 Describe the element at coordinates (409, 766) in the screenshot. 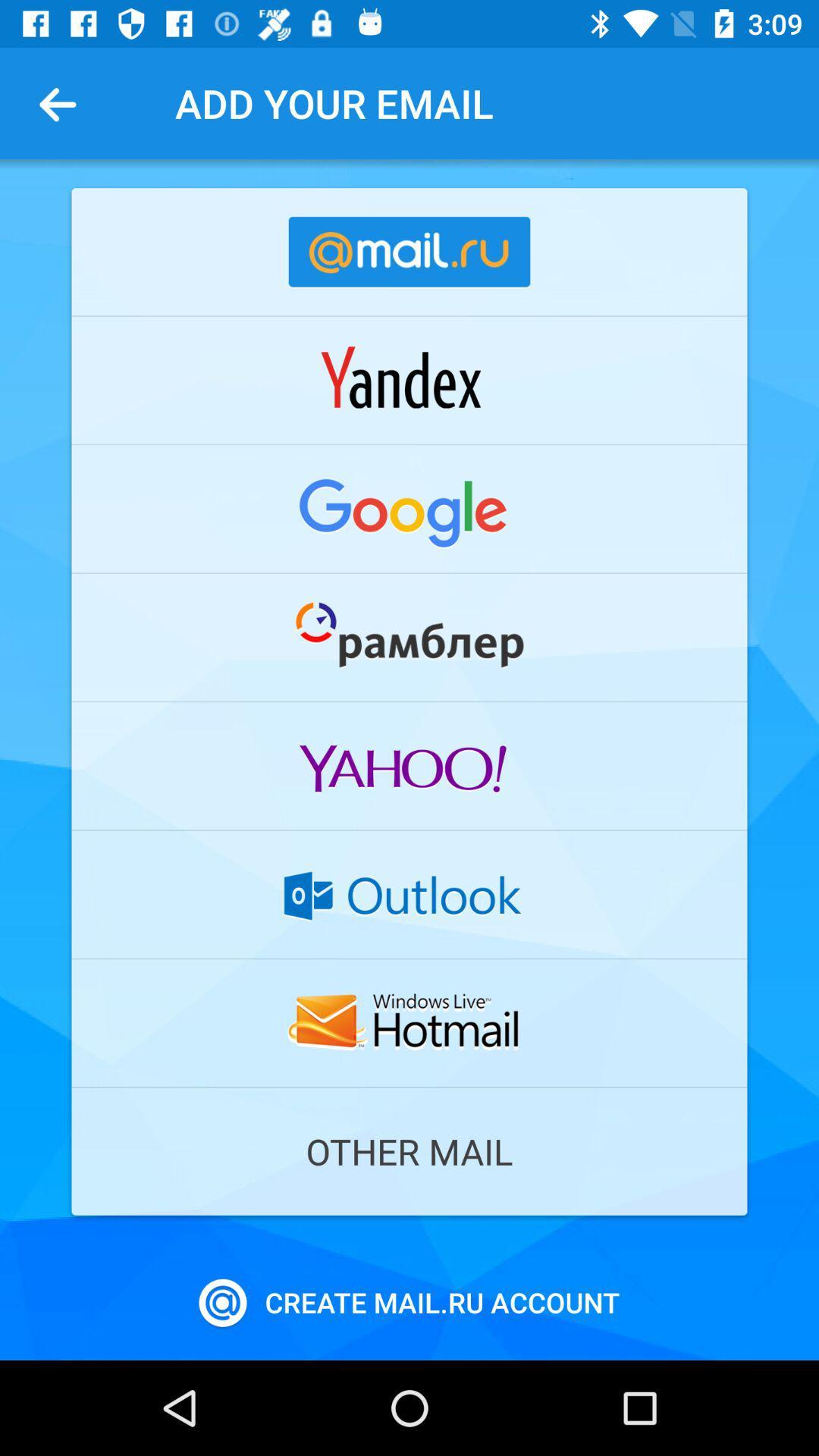

I see `click yahoo` at that location.